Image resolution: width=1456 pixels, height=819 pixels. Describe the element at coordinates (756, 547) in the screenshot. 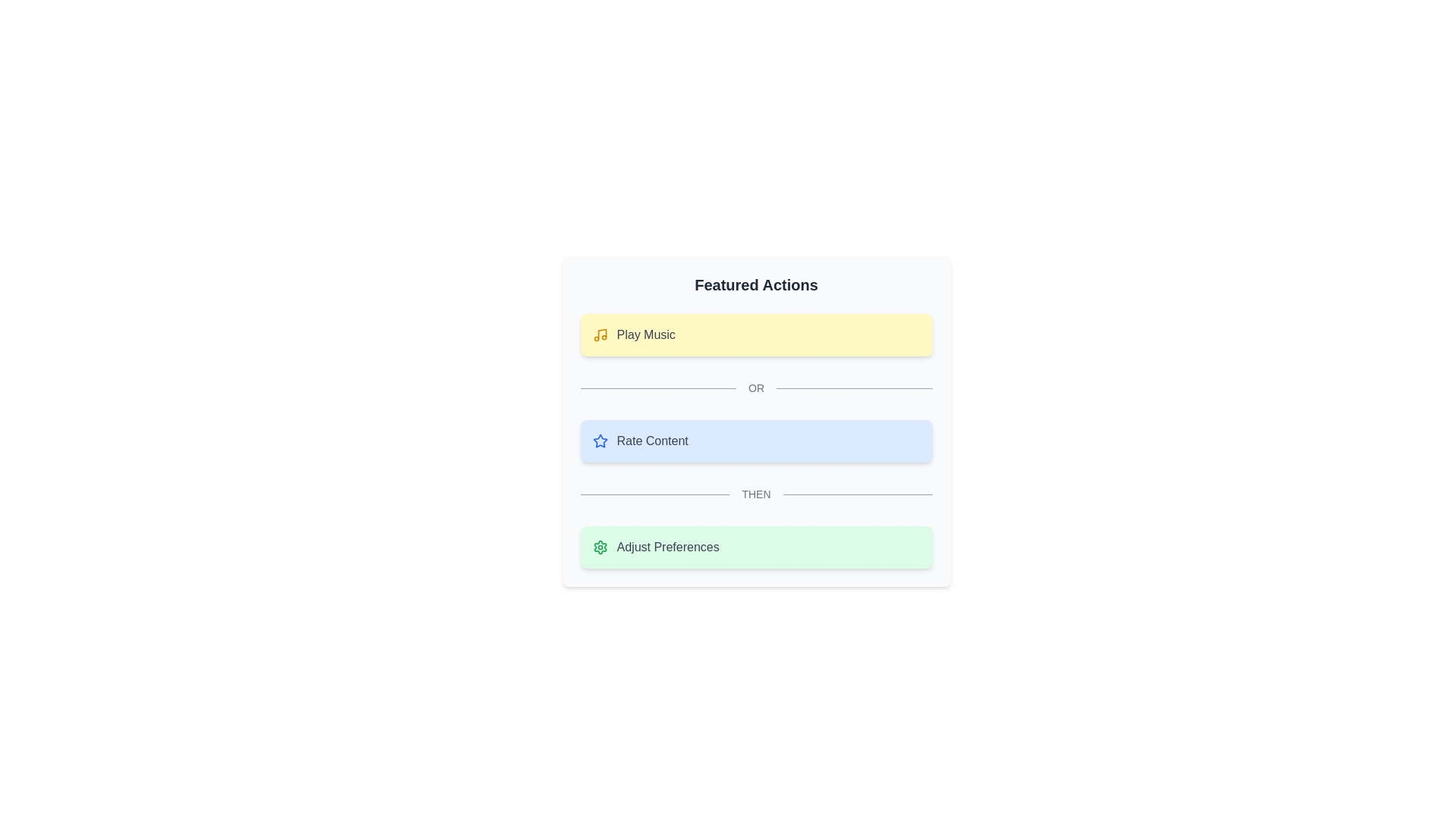

I see `the settings button, which is the third button in a vertical list below the 'THEN' separator` at that location.